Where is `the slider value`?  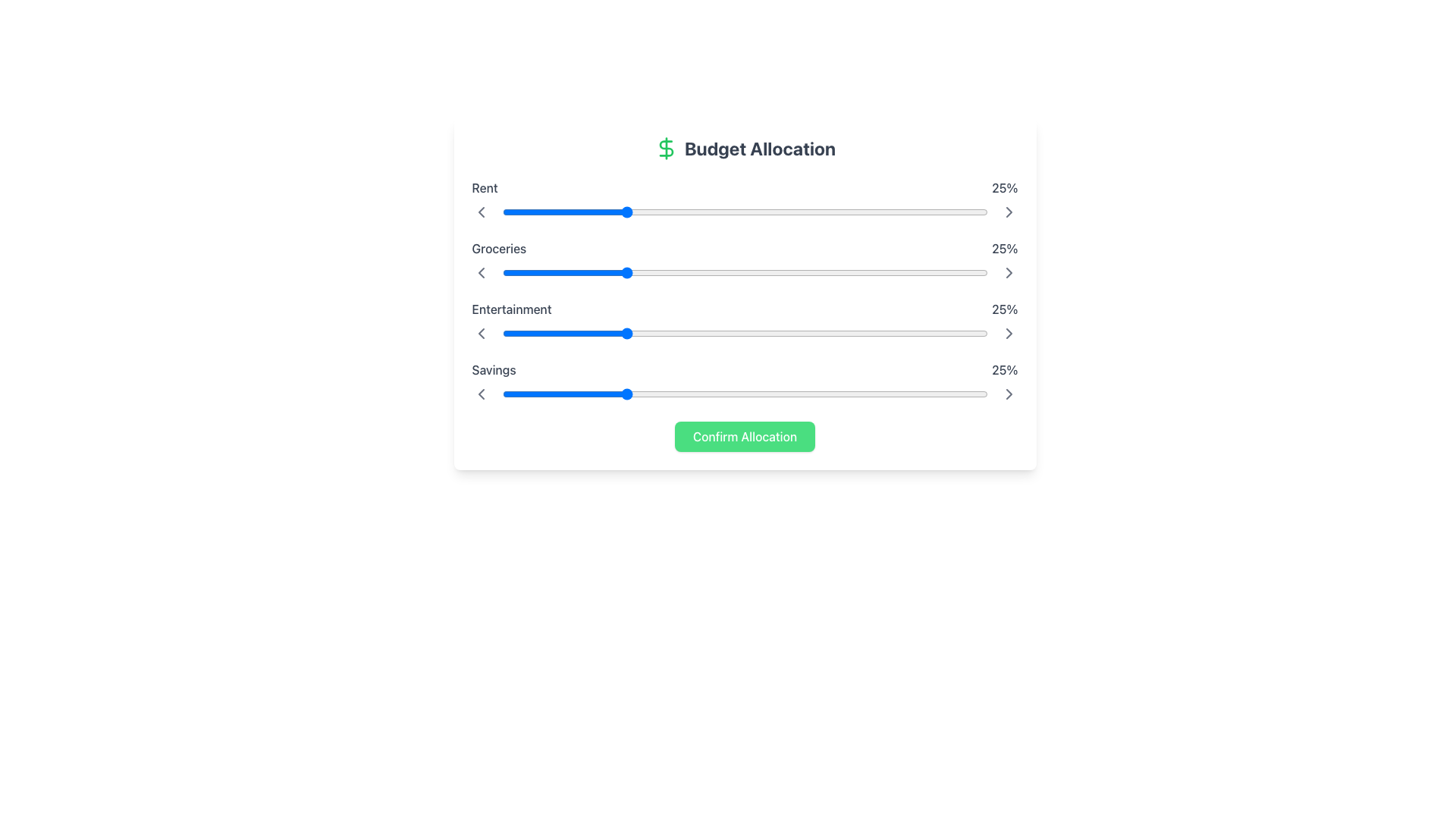 the slider value is located at coordinates (676, 332).